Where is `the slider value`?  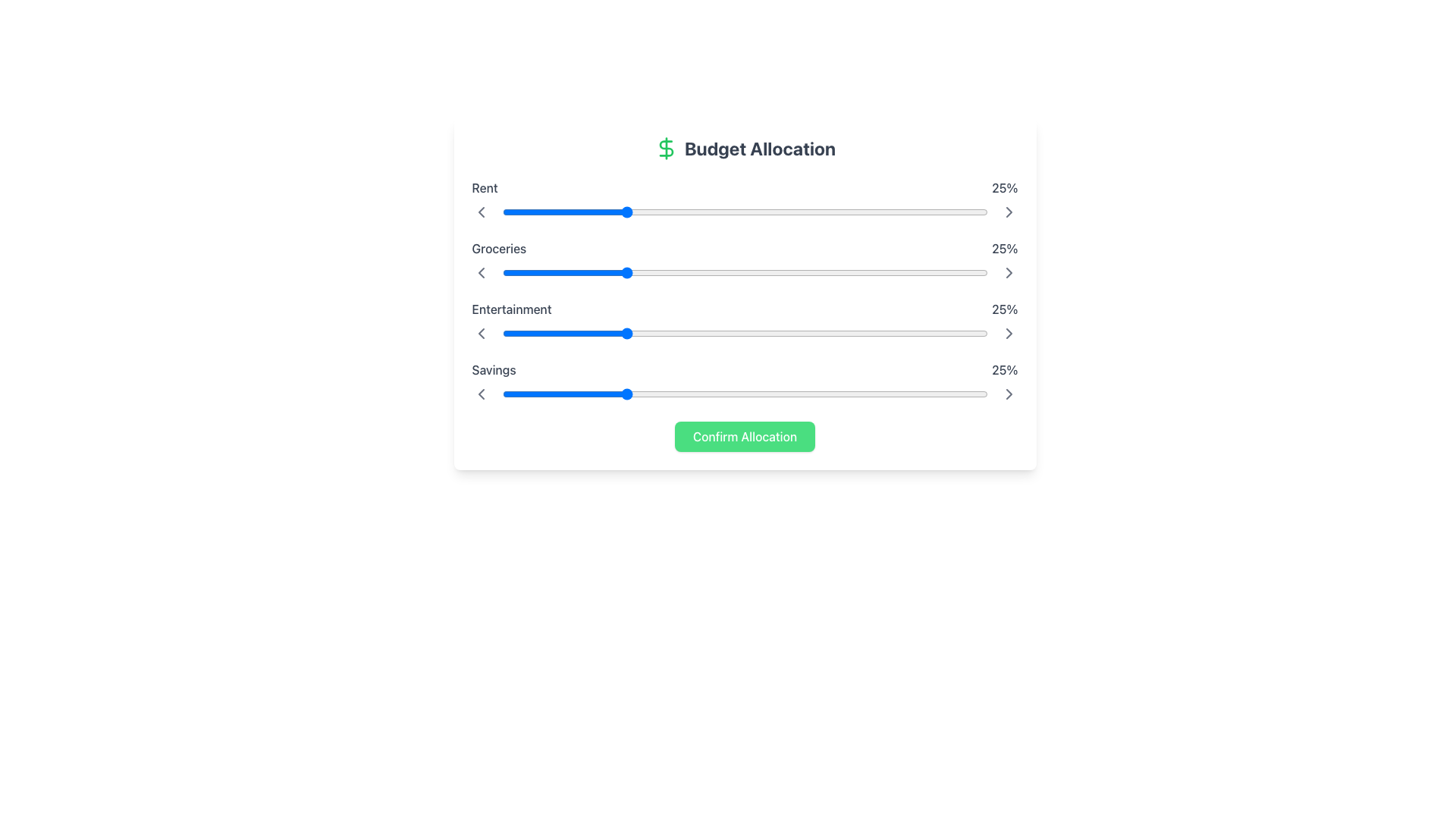 the slider value is located at coordinates (676, 332).